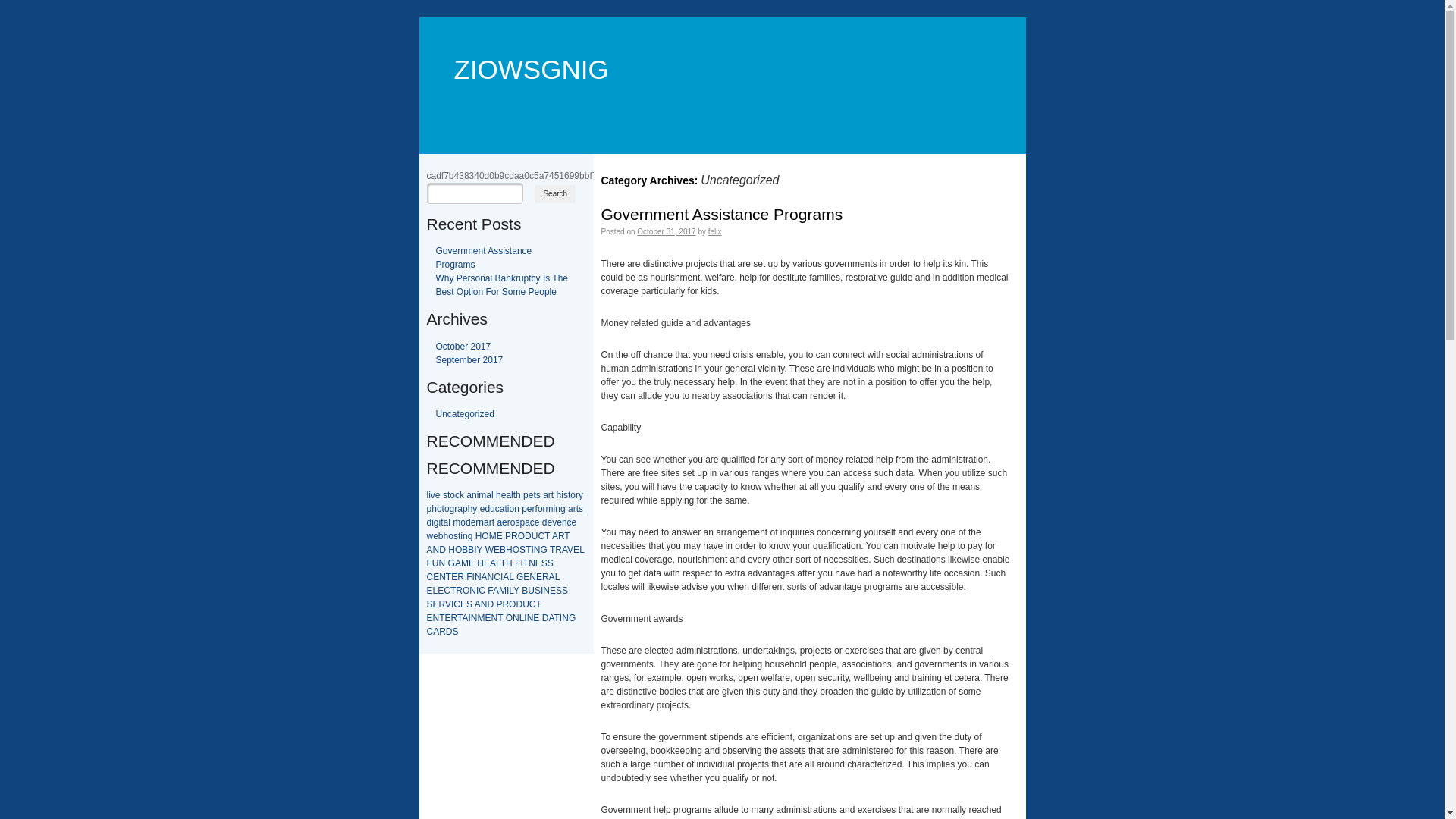 Image resolution: width=1456 pixels, height=819 pixels. What do you see at coordinates (453, 617) in the screenshot?
I see `'R'` at bounding box center [453, 617].